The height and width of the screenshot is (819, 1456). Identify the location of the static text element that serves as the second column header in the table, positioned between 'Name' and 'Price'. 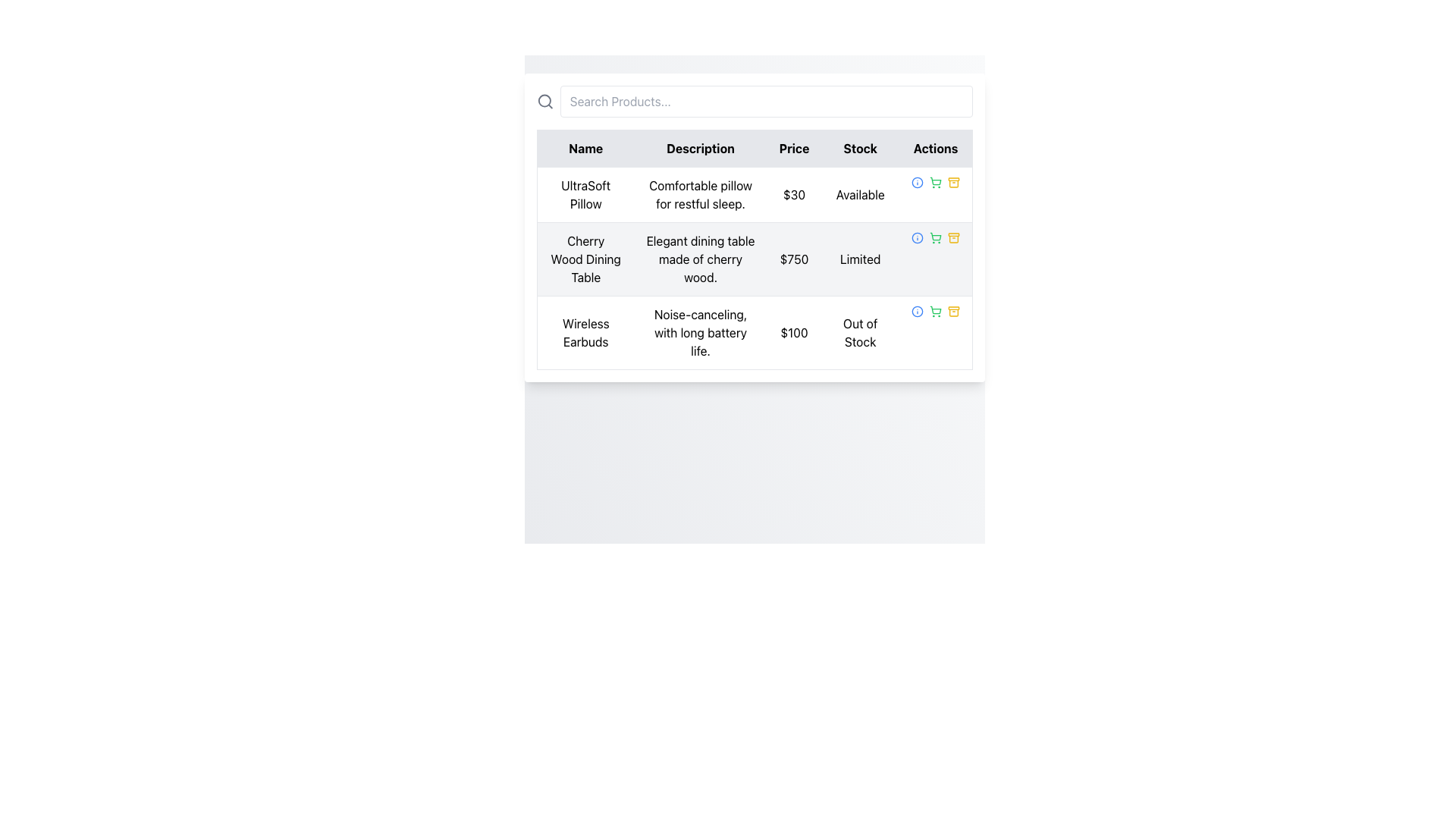
(700, 149).